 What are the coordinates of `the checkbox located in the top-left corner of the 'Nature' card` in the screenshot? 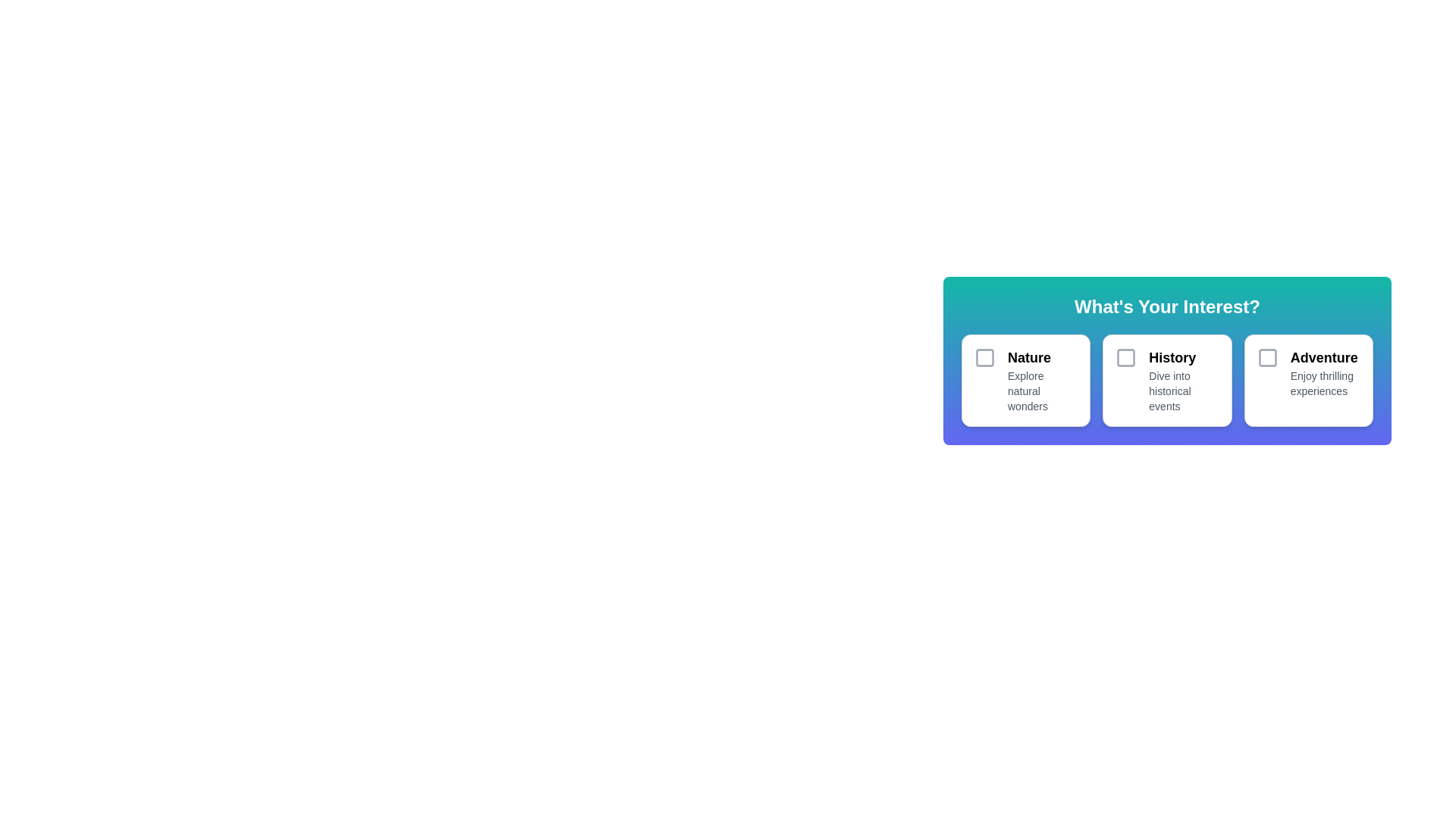 It's located at (985, 357).